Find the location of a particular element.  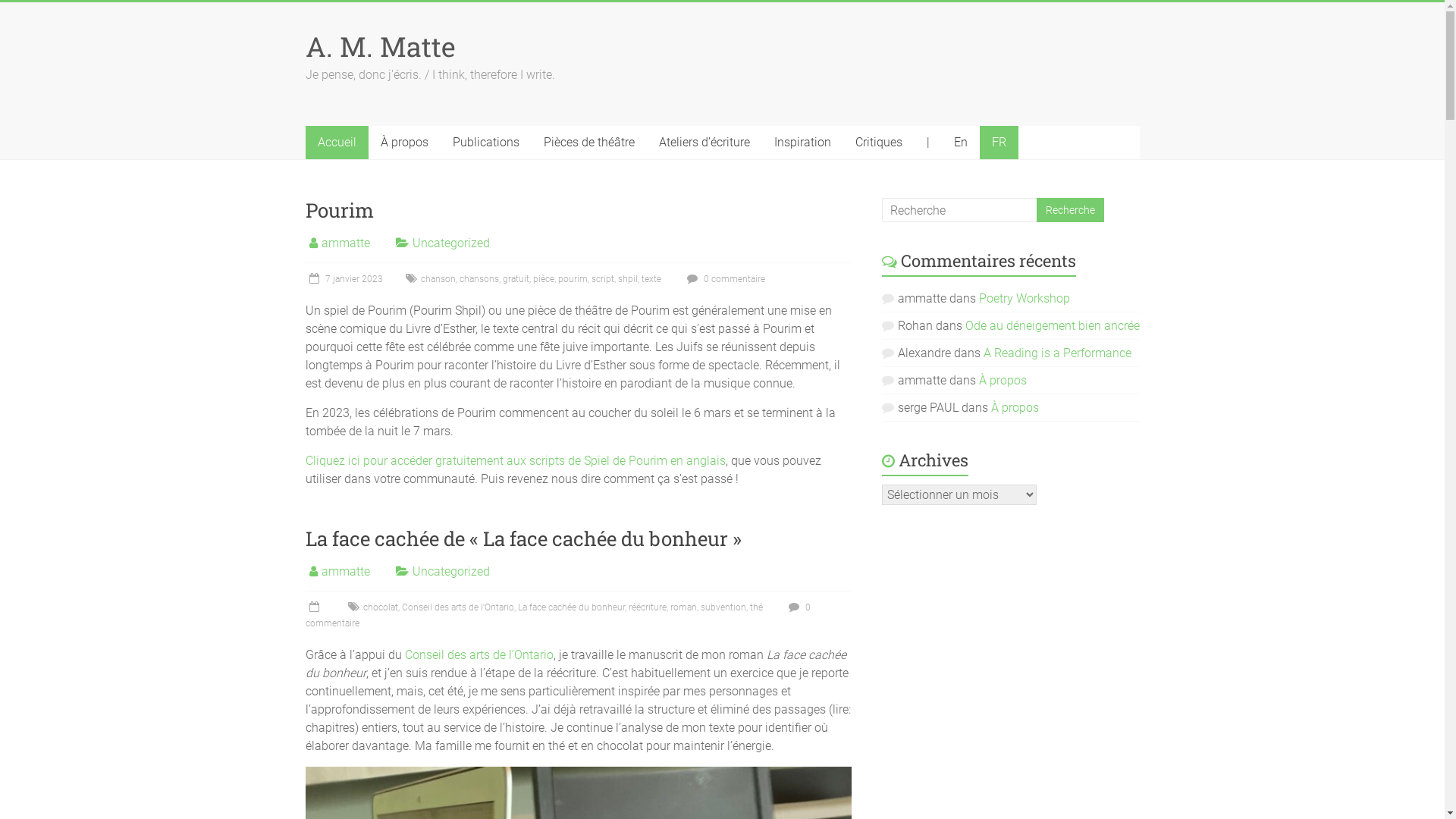

'chocolat' is located at coordinates (379, 607).